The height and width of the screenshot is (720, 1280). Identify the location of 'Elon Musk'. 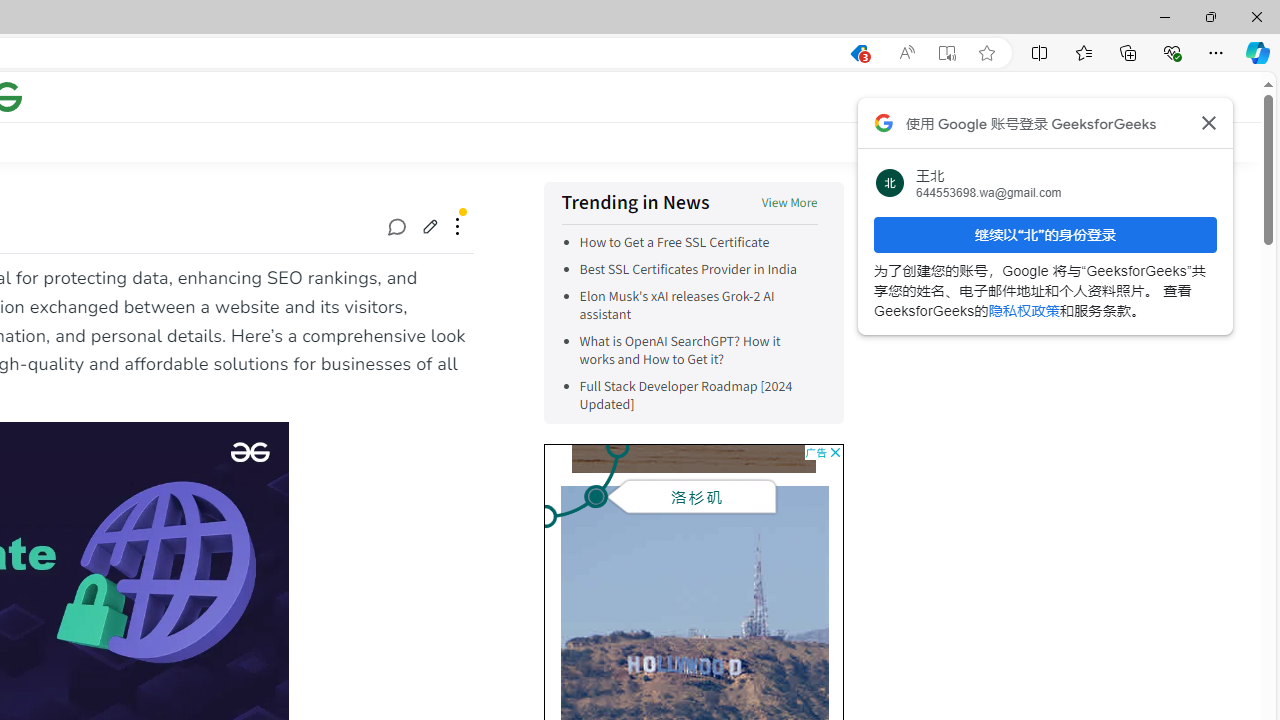
(676, 306).